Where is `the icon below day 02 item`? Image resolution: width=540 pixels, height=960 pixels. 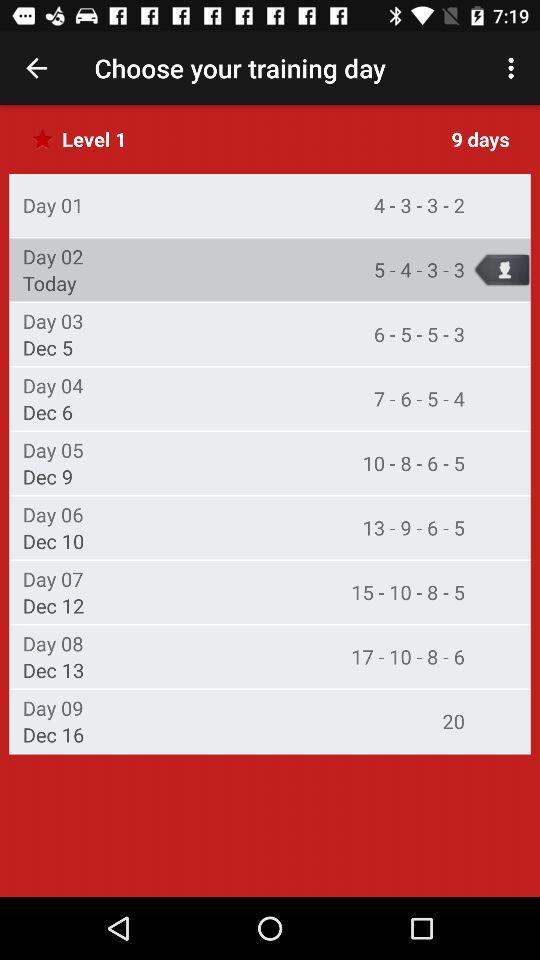
the icon below day 02 item is located at coordinates (49, 282).